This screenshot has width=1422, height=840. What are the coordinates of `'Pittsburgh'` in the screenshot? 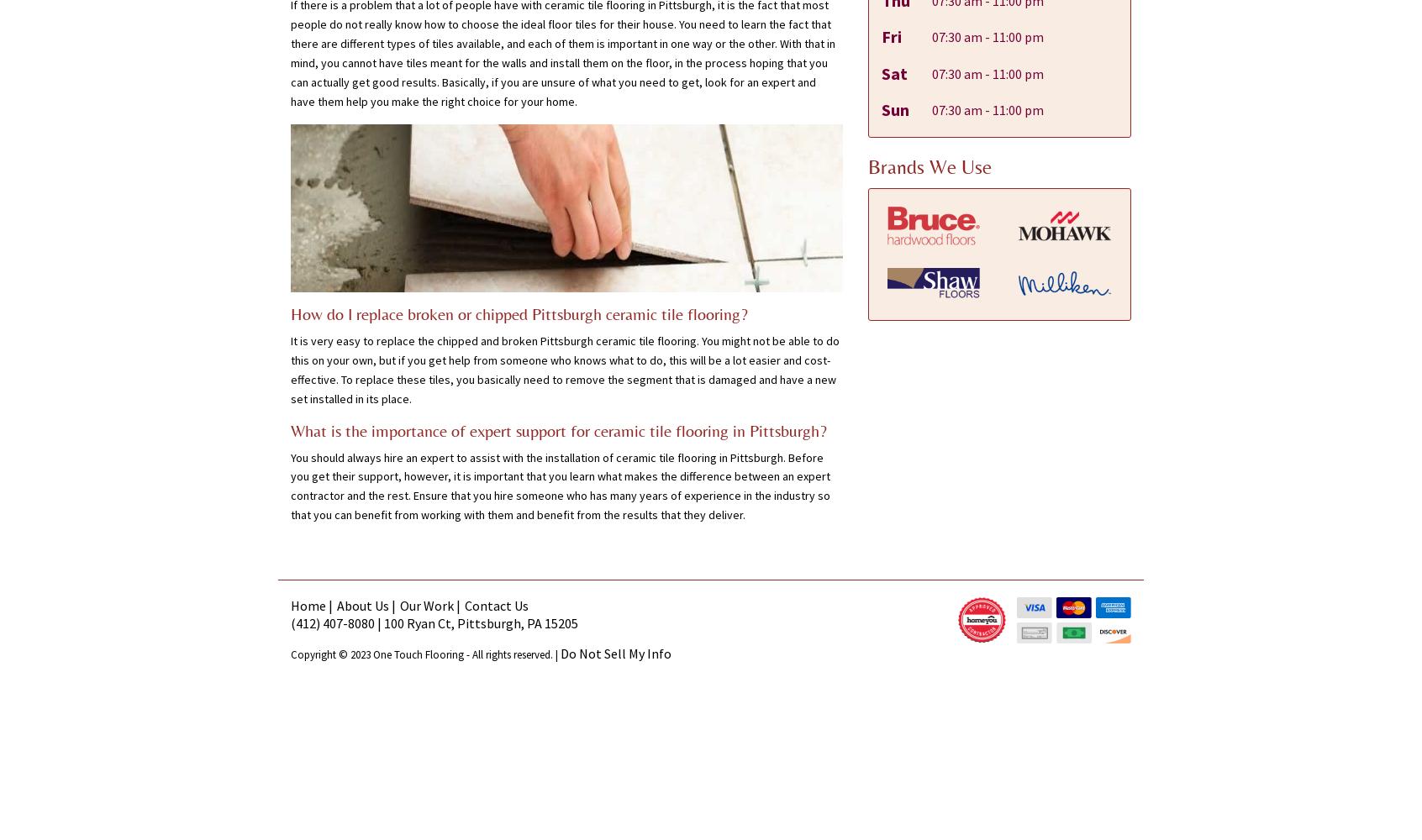 It's located at (488, 622).